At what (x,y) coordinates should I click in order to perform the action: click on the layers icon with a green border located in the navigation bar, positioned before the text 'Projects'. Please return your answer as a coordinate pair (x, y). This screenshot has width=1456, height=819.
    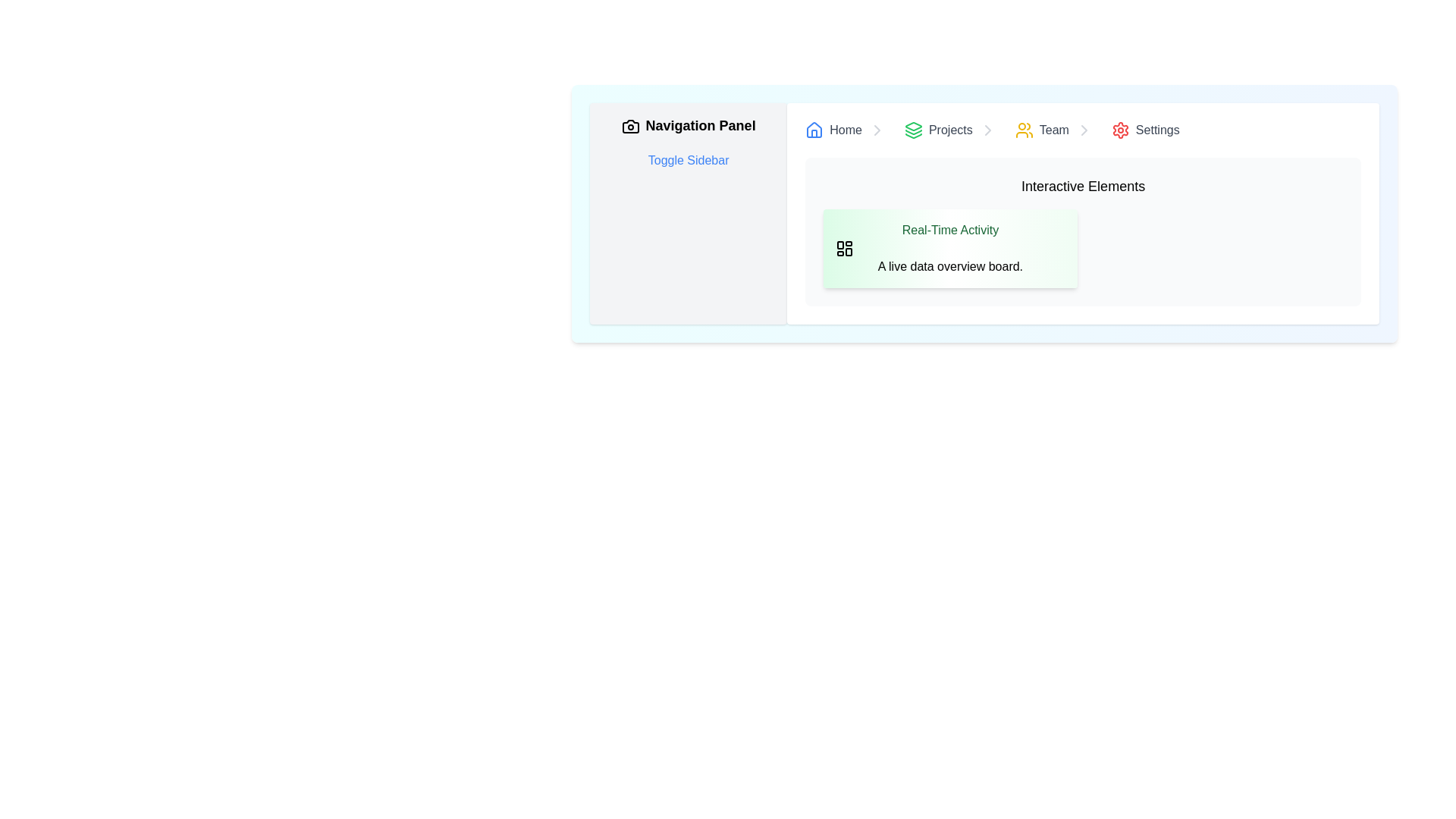
    Looking at the image, I should click on (912, 130).